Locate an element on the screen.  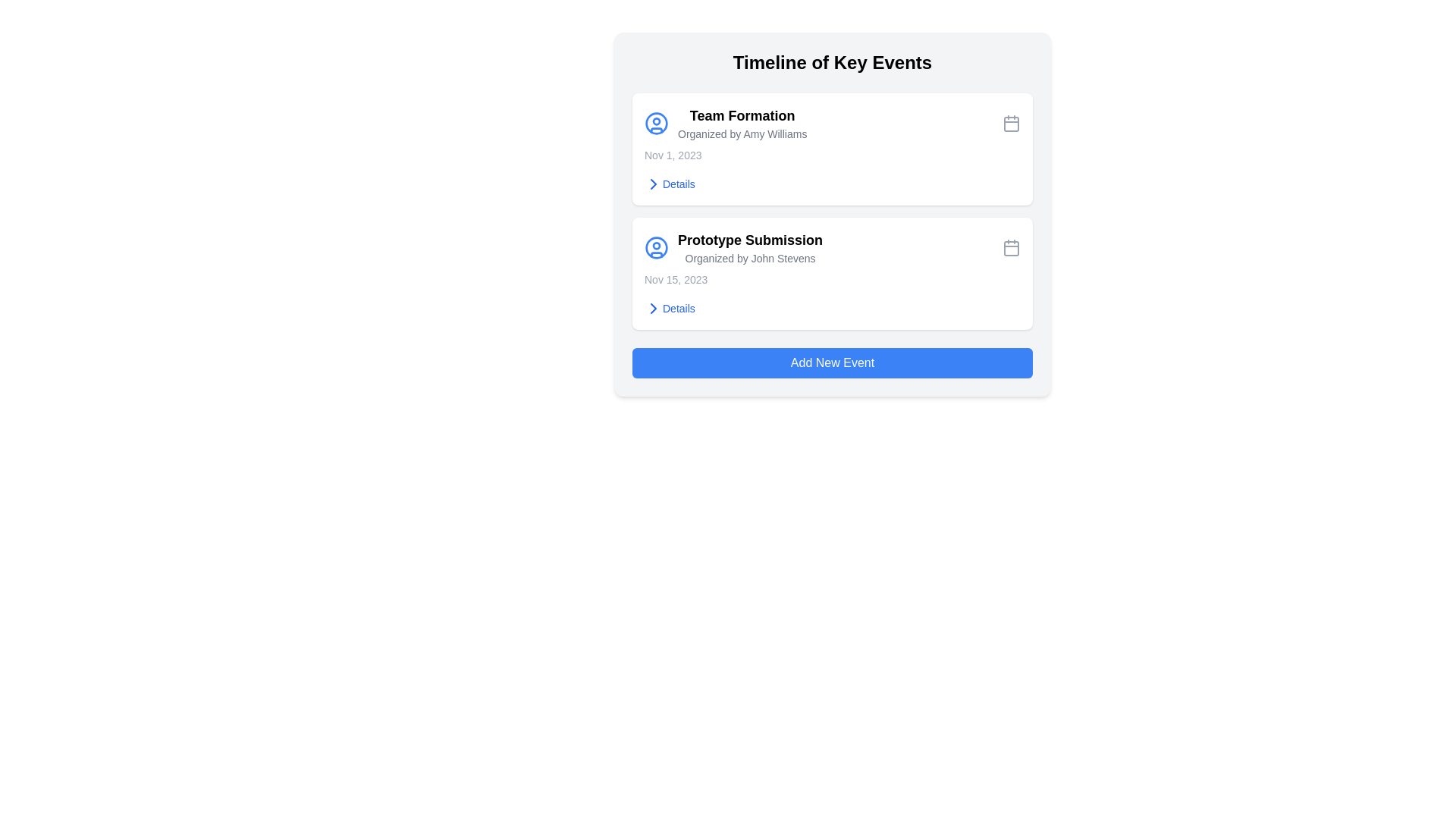
the text label providing contextual information about the organizer of the event, located directly below the title 'Prototype Submission' in the second event card on the timeline interface is located at coordinates (750, 257).